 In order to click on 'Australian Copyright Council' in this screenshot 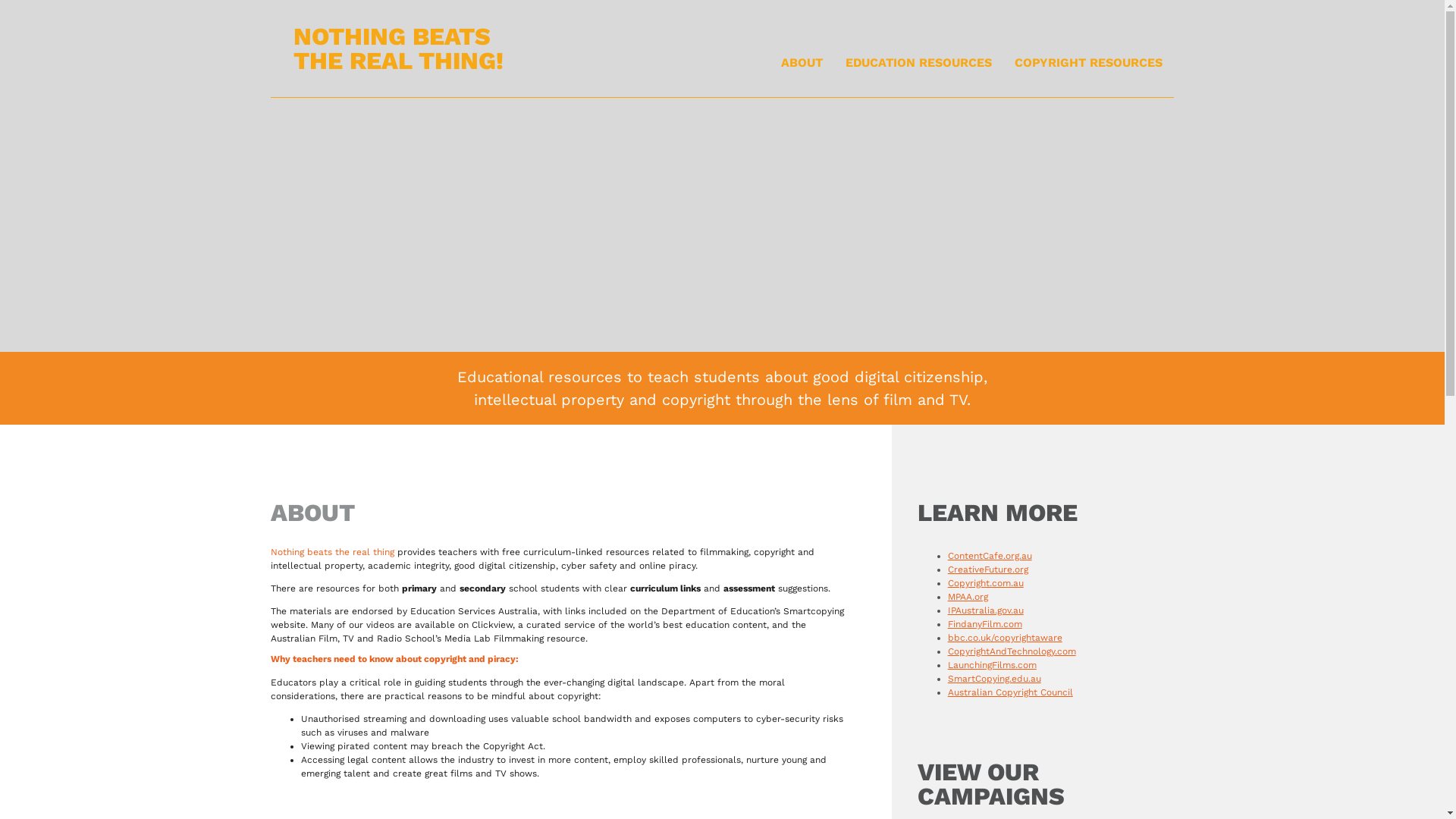, I will do `click(1010, 692)`.